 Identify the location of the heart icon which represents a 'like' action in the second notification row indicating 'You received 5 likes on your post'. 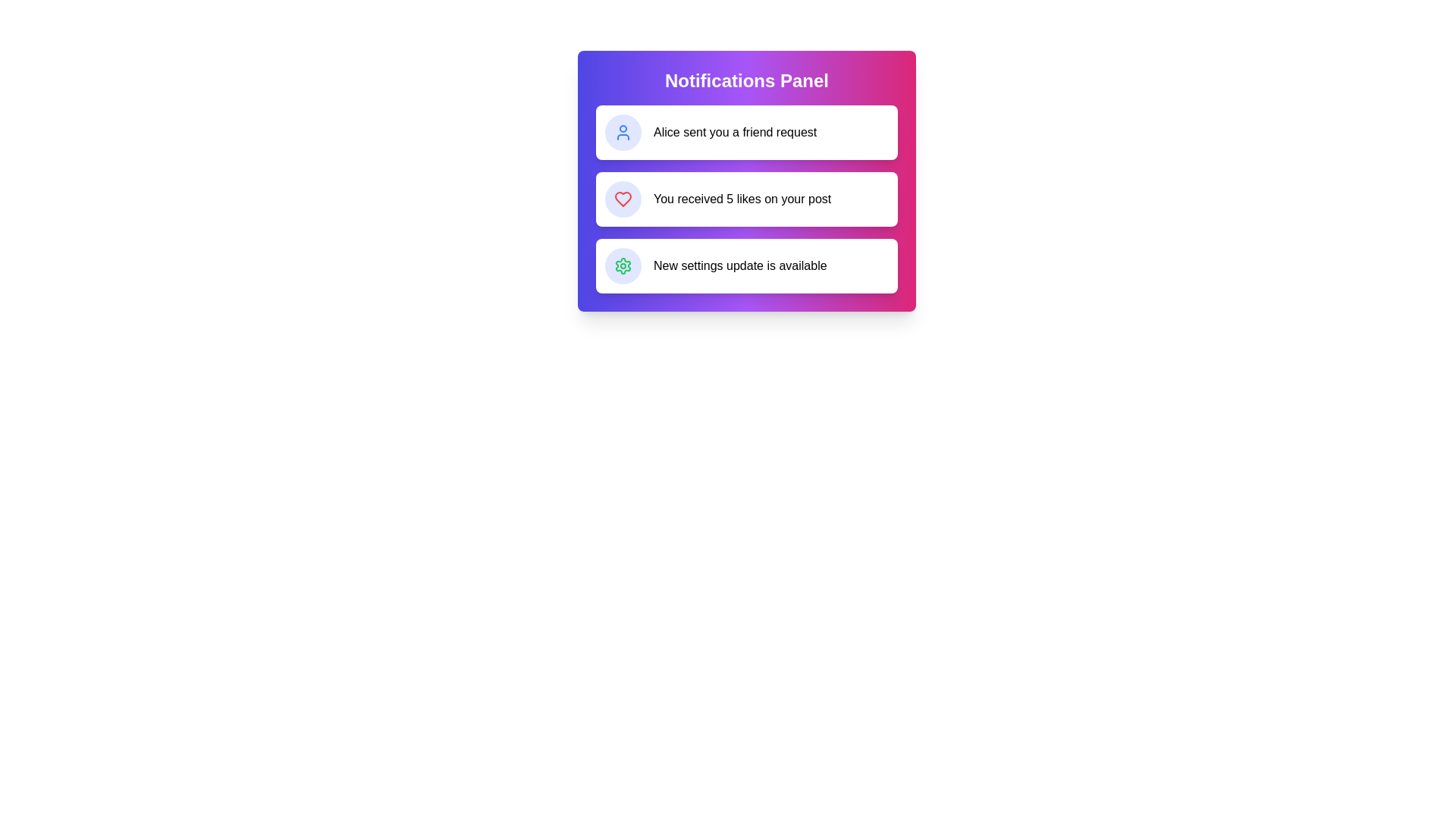
(623, 198).